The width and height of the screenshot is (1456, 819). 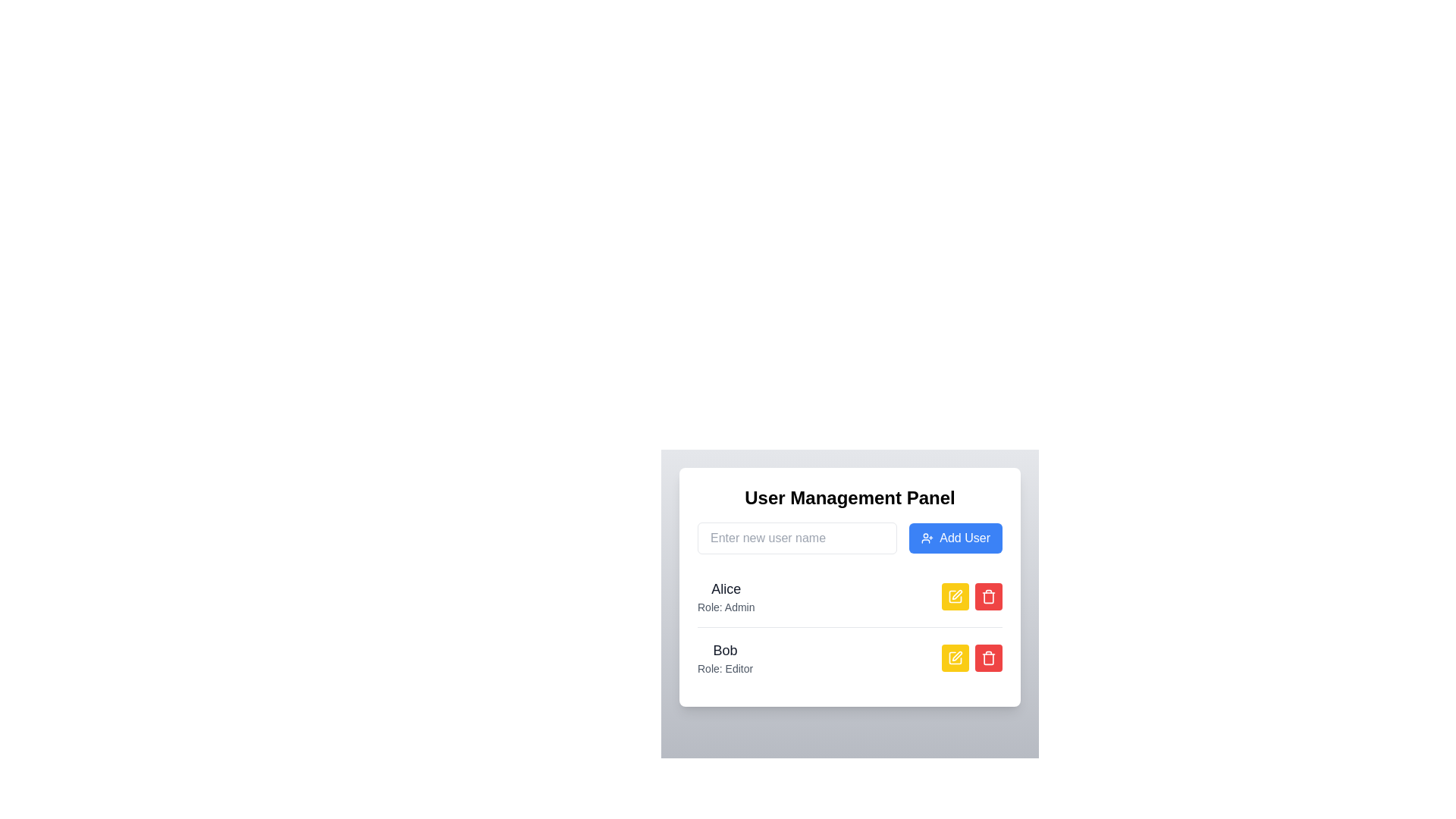 What do you see at coordinates (989, 595) in the screenshot?
I see `the delete action button located in the second row of the User Management Panel, aligned to the right, following the yellow edit button` at bounding box center [989, 595].